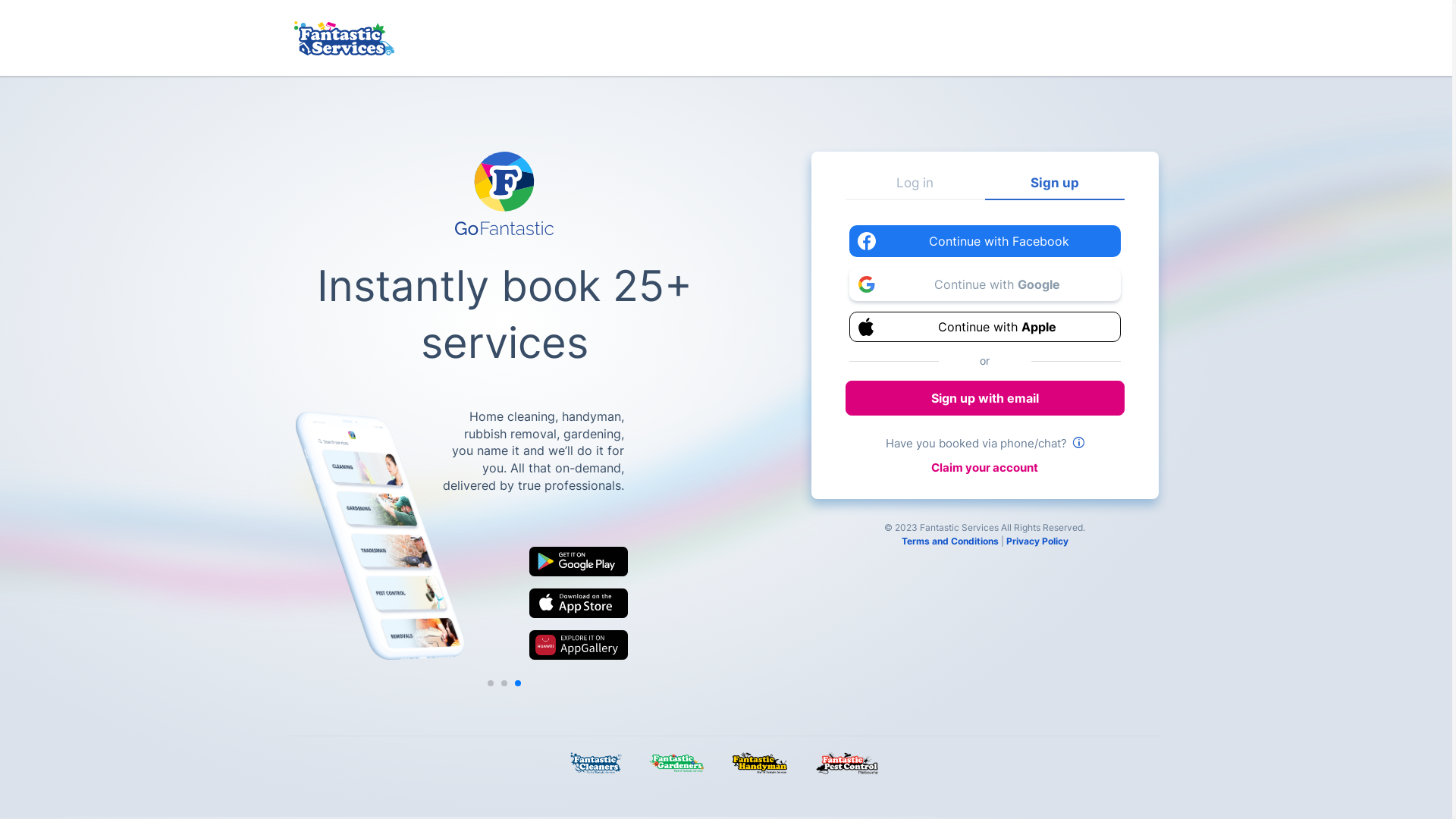 The height and width of the screenshot is (819, 1456). I want to click on 'Sign up', so click(985, 187).